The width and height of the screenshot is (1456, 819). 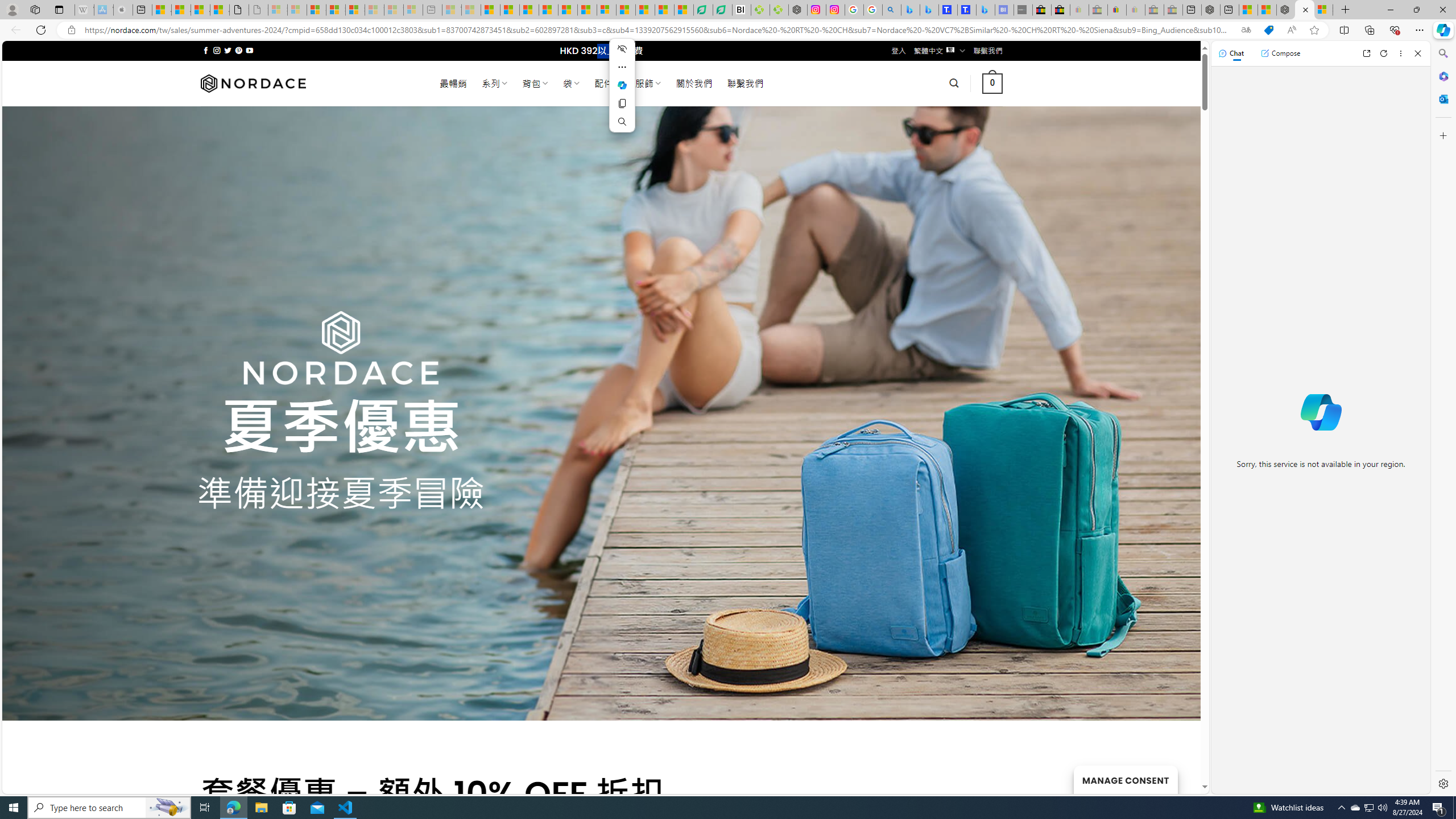 I want to click on 'Side bar', so click(x=1443, y=418).